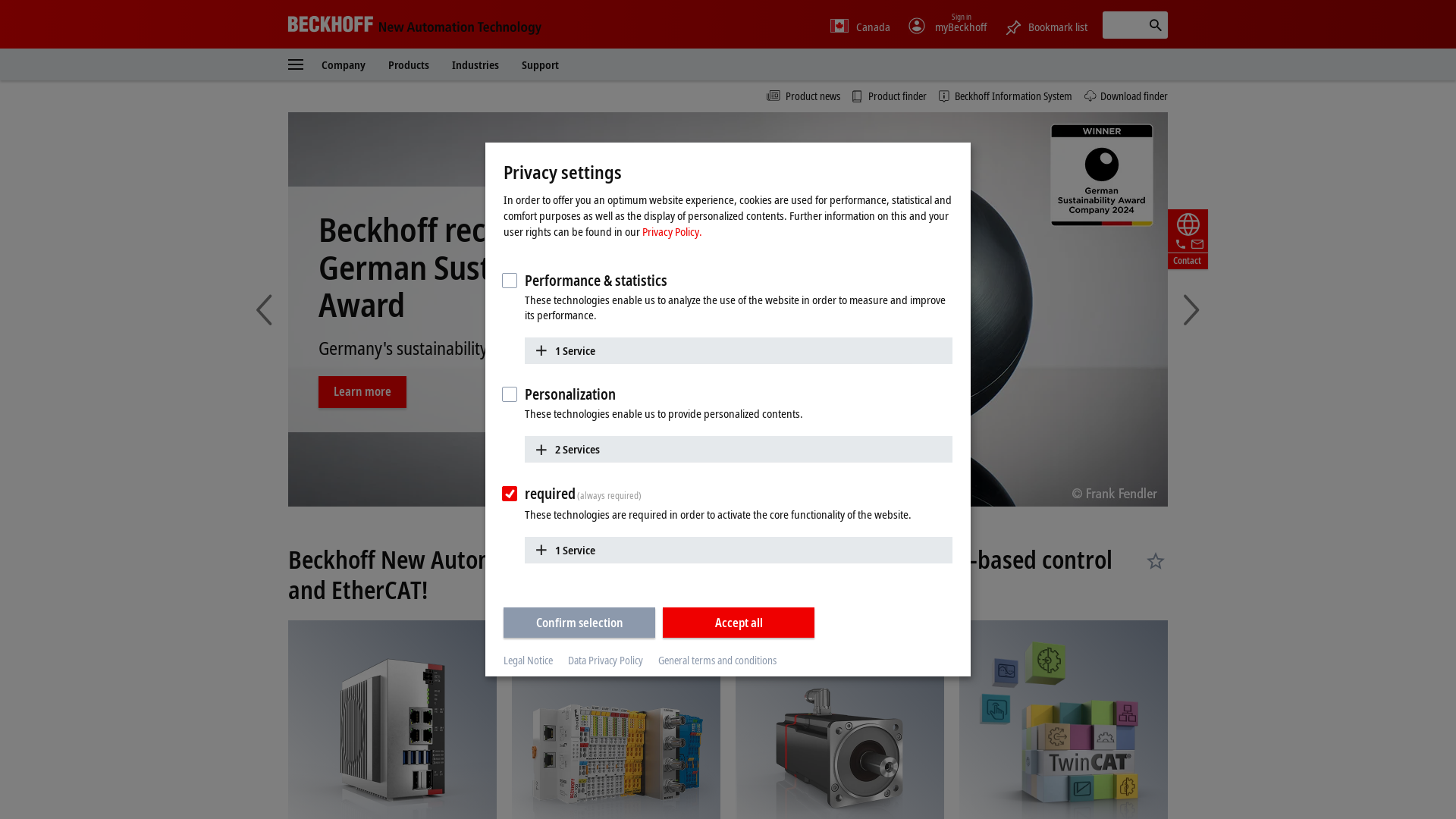  I want to click on 'General terms and conditions', so click(658, 659).